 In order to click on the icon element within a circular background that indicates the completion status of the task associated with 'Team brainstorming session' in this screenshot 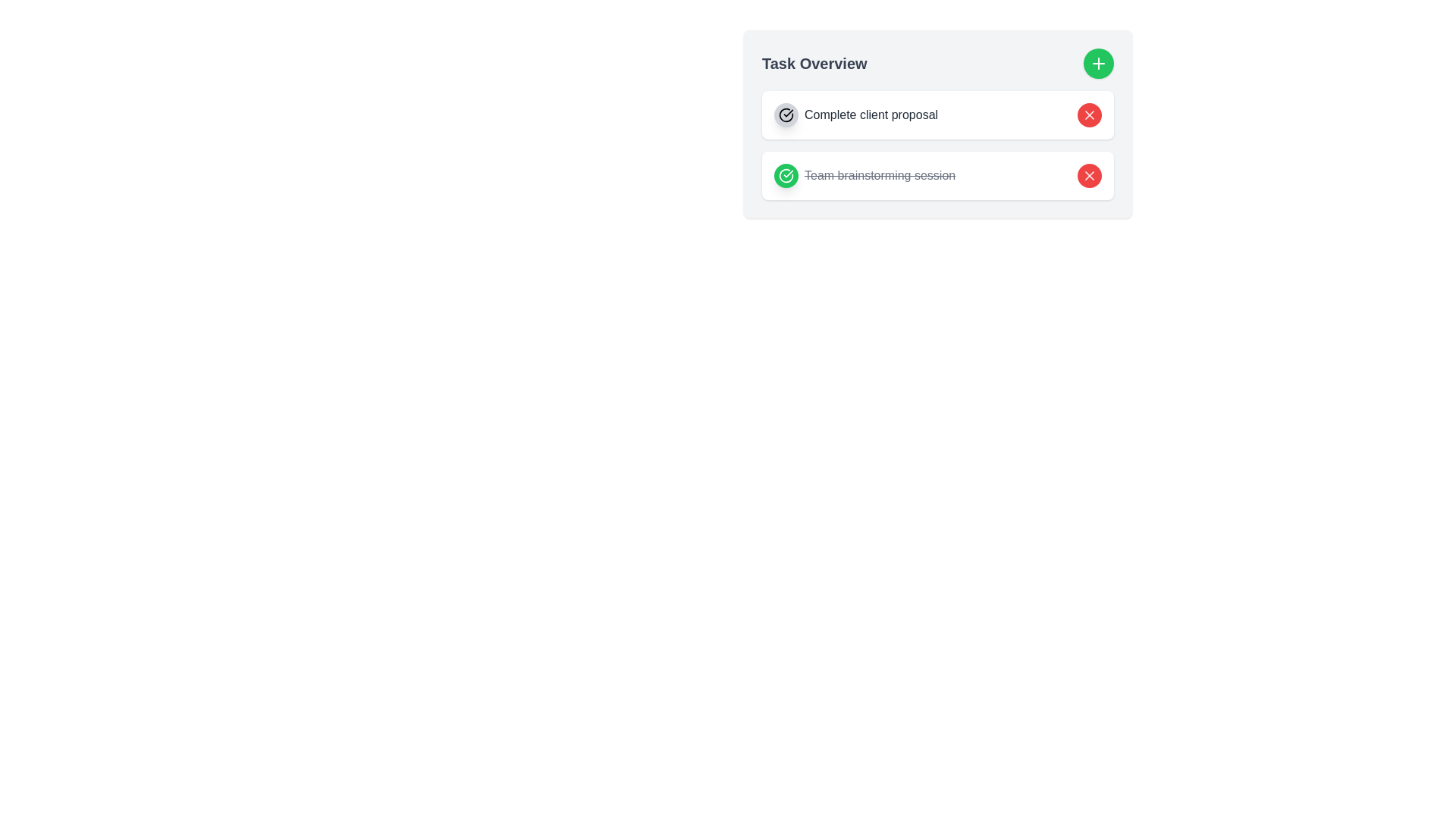, I will do `click(786, 174)`.